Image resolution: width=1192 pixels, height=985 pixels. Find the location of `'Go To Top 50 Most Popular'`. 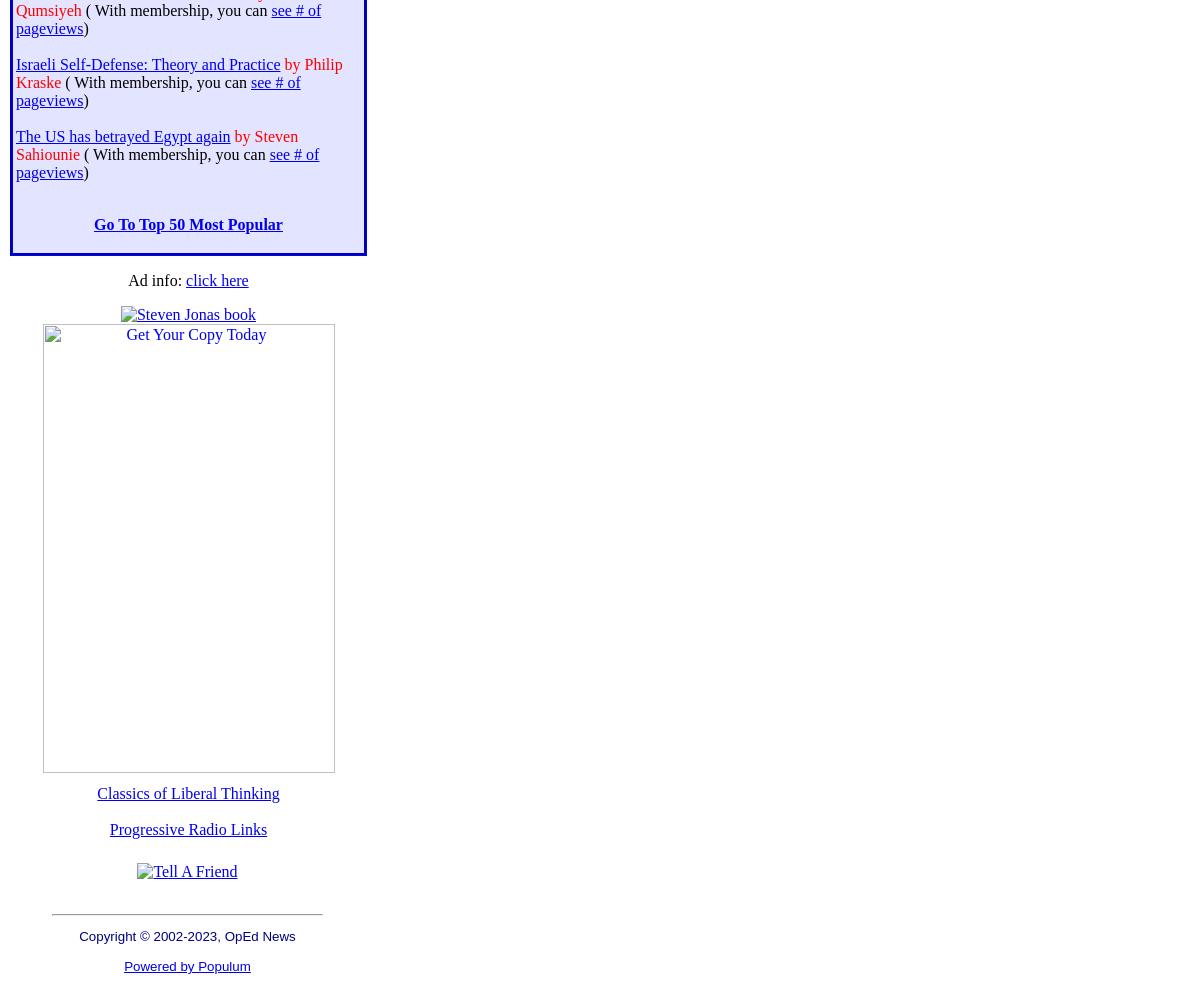

'Go To Top 50 Most Popular' is located at coordinates (186, 223).